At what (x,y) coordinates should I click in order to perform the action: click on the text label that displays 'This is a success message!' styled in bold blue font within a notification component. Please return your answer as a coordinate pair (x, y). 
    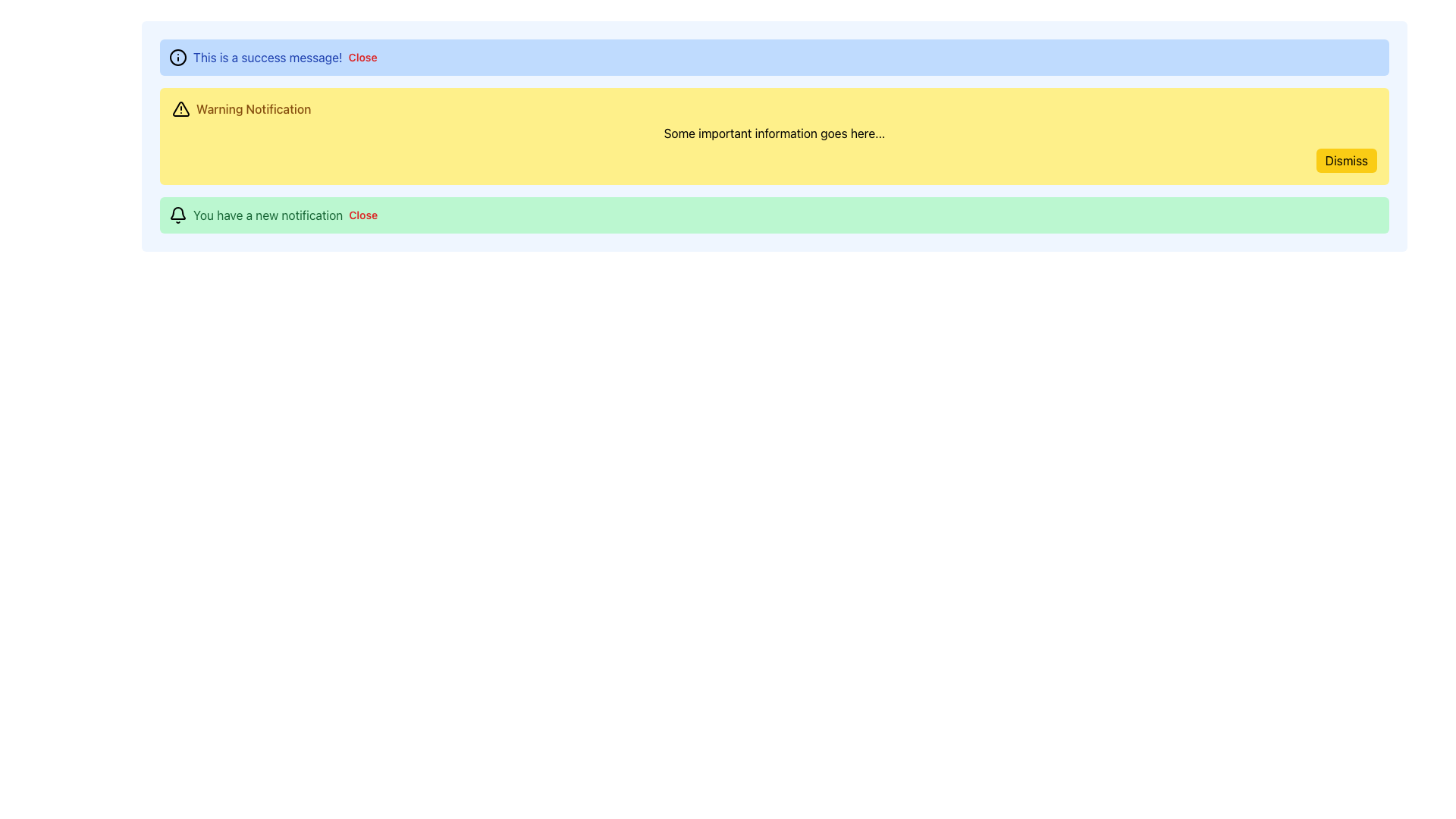
    Looking at the image, I should click on (268, 57).